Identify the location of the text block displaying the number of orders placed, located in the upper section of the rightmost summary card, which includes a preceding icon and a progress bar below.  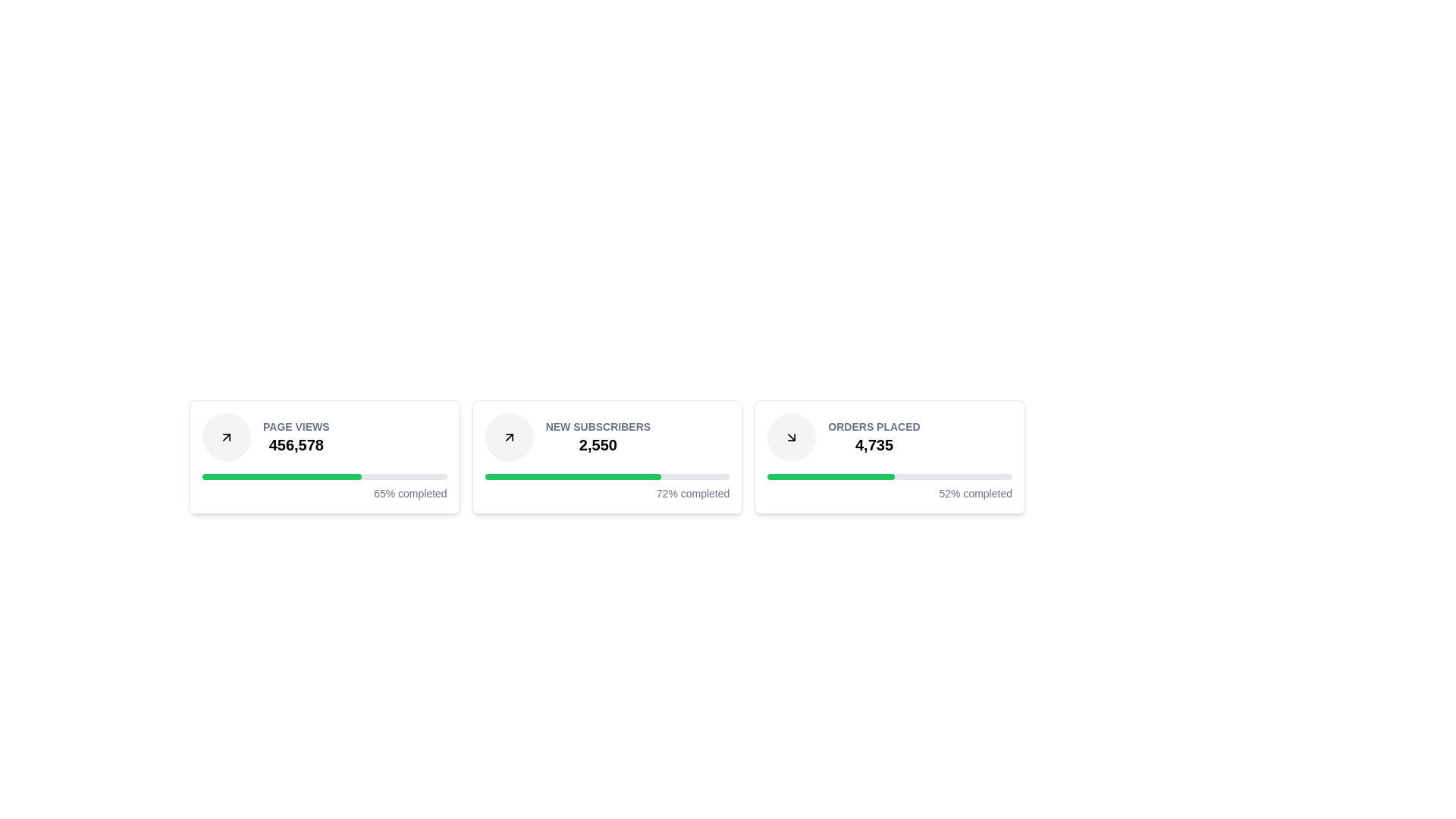
(890, 438).